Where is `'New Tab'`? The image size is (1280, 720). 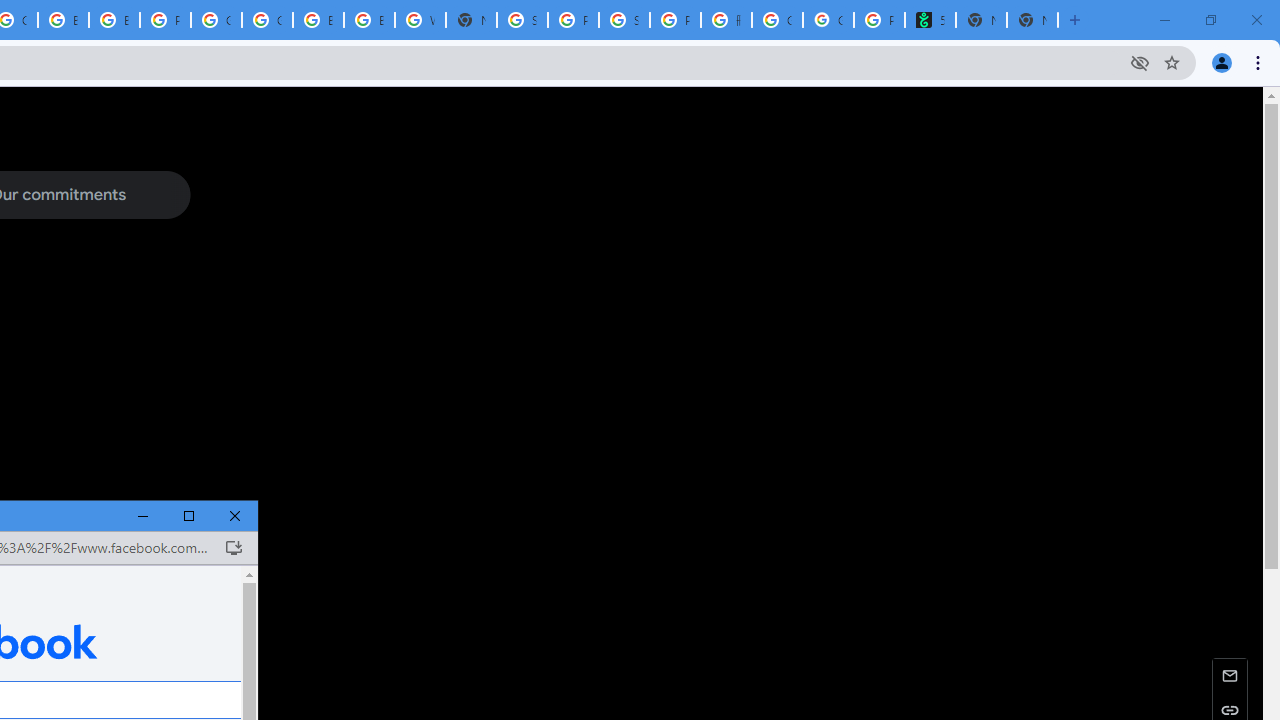
'New Tab' is located at coordinates (1032, 20).